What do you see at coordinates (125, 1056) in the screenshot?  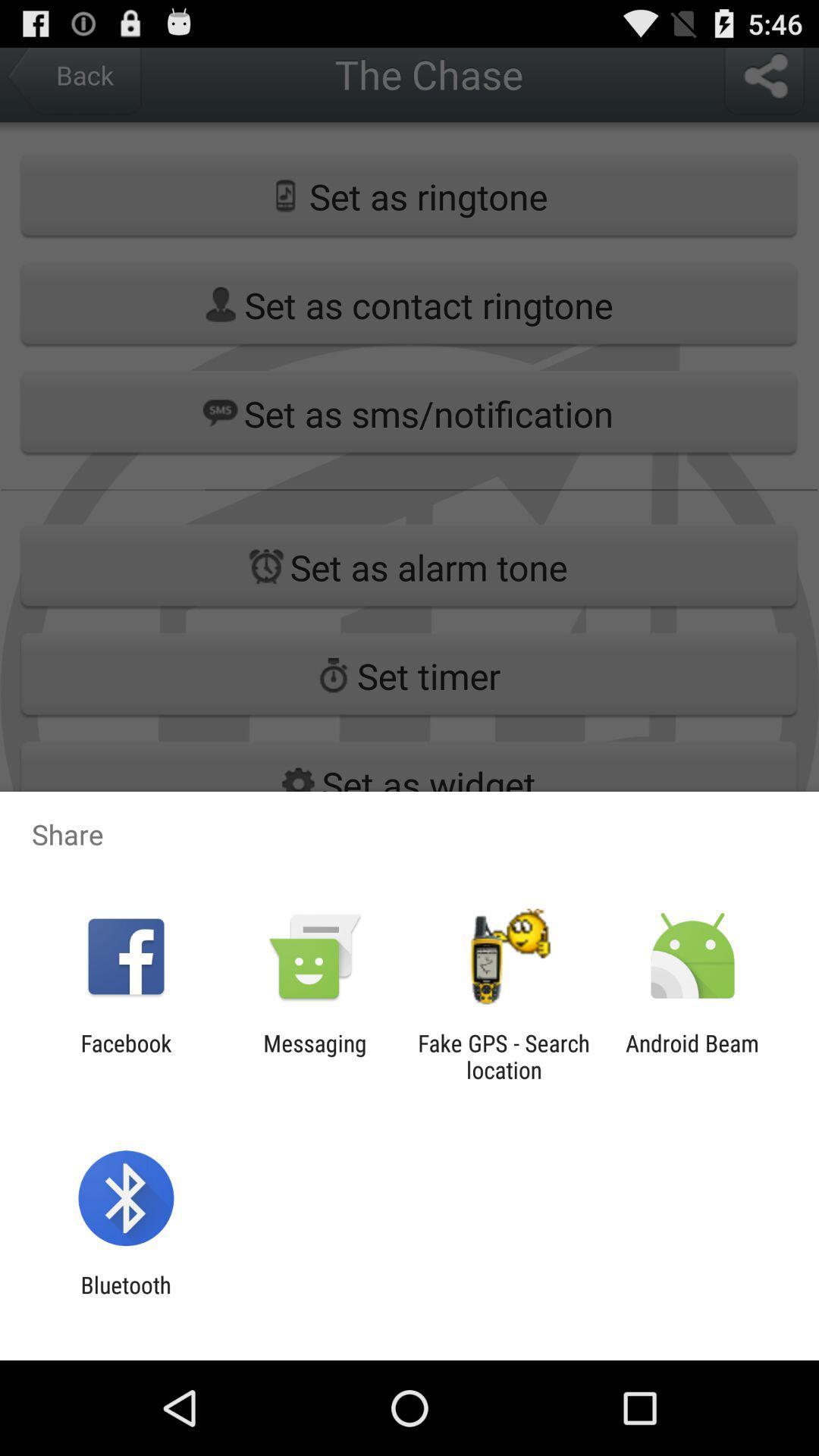 I see `the facebook app` at bounding box center [125, 1056].